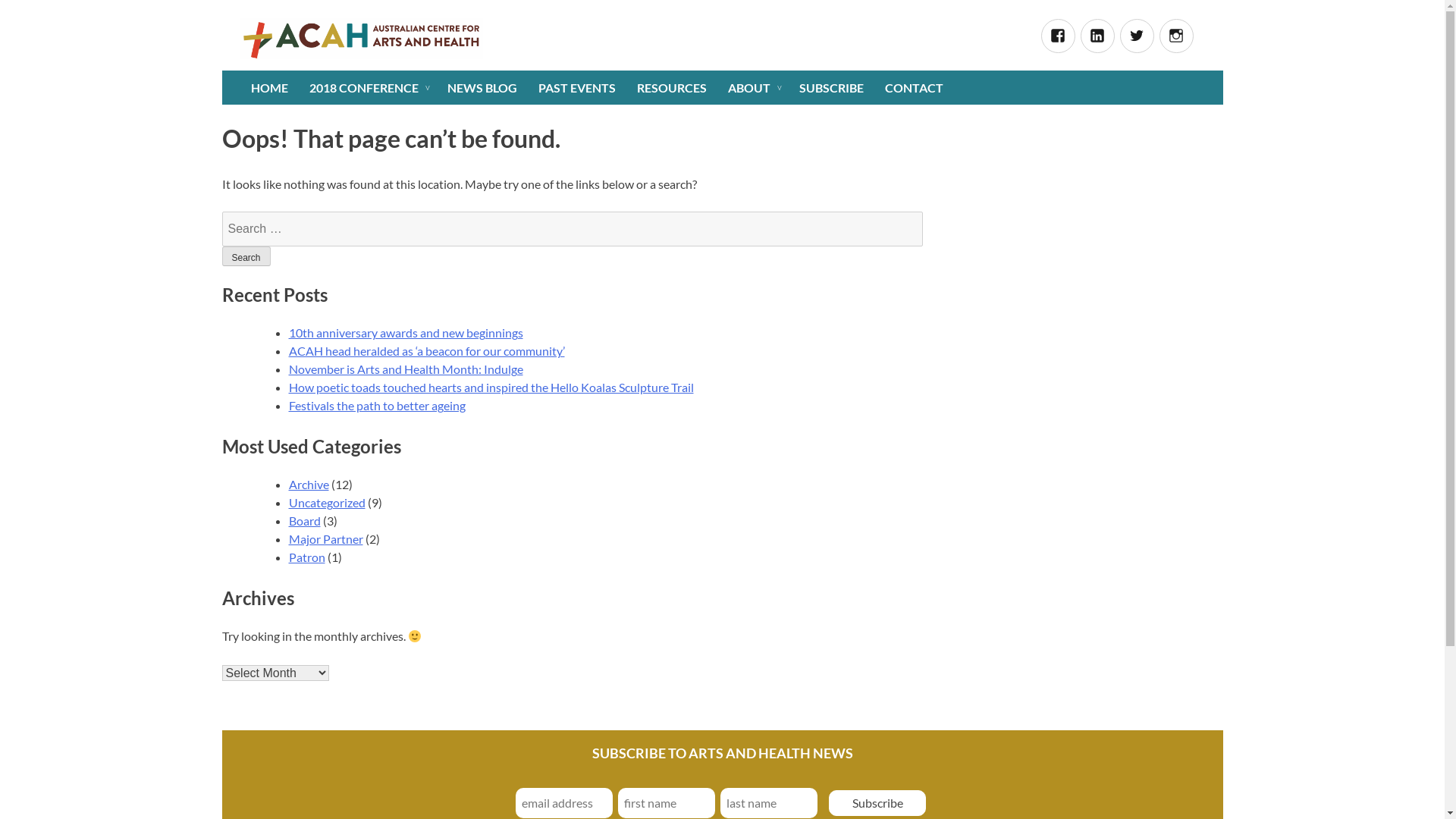 The width and height of the screenshot is (1456, 819). What do you see at coordinates (671, 87) in the screenshot?
I see `'RESOURCES'` at bounding box center [671, 87].